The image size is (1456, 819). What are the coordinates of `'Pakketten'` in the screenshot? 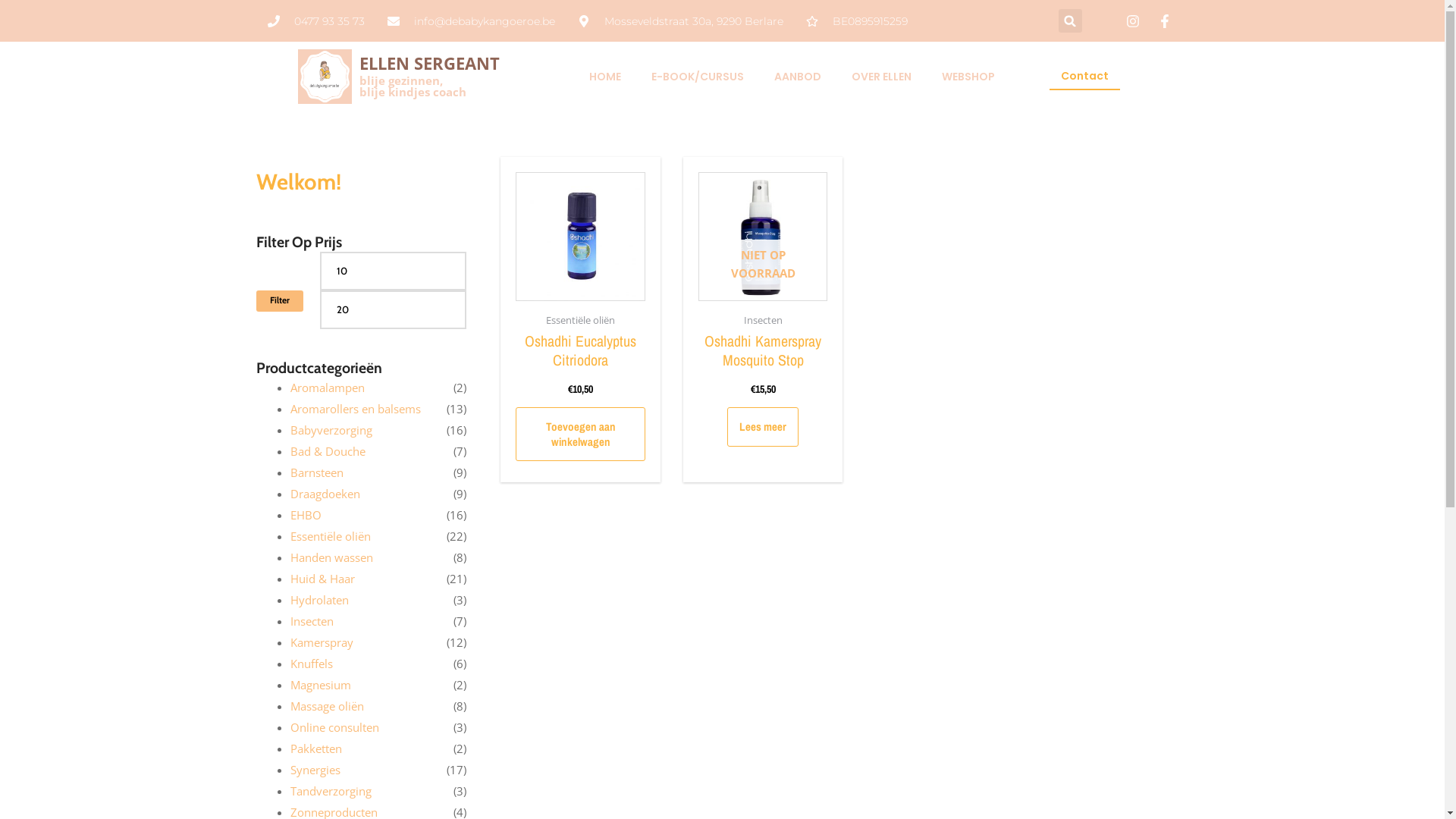 It's located at (315, 748).